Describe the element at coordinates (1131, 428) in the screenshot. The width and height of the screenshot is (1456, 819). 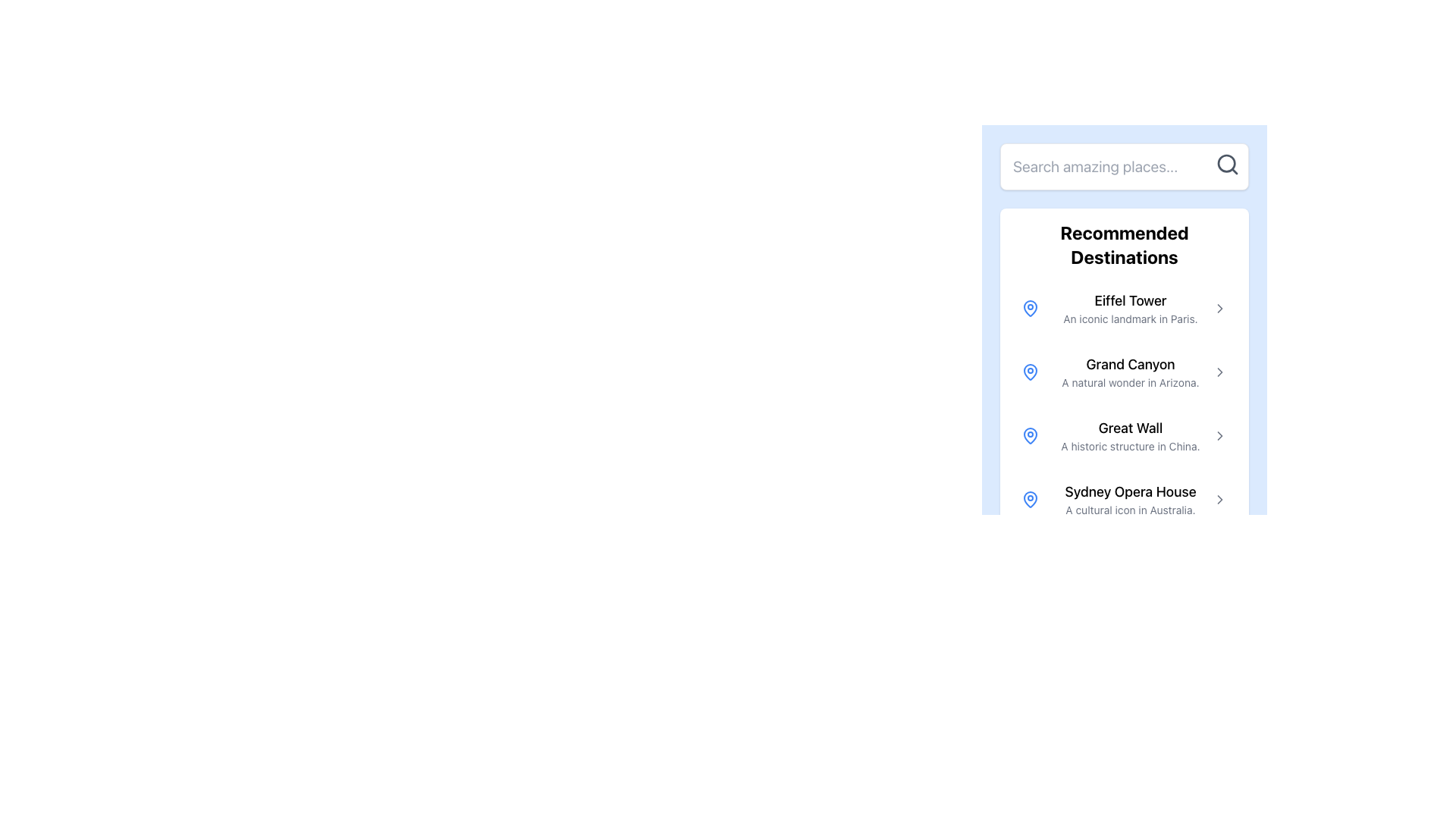
I see `the main title text in the third listing item of the 'Recommended Destinations' section, which displays the name of the destination and is located to the right of a blue location icon` at that location.